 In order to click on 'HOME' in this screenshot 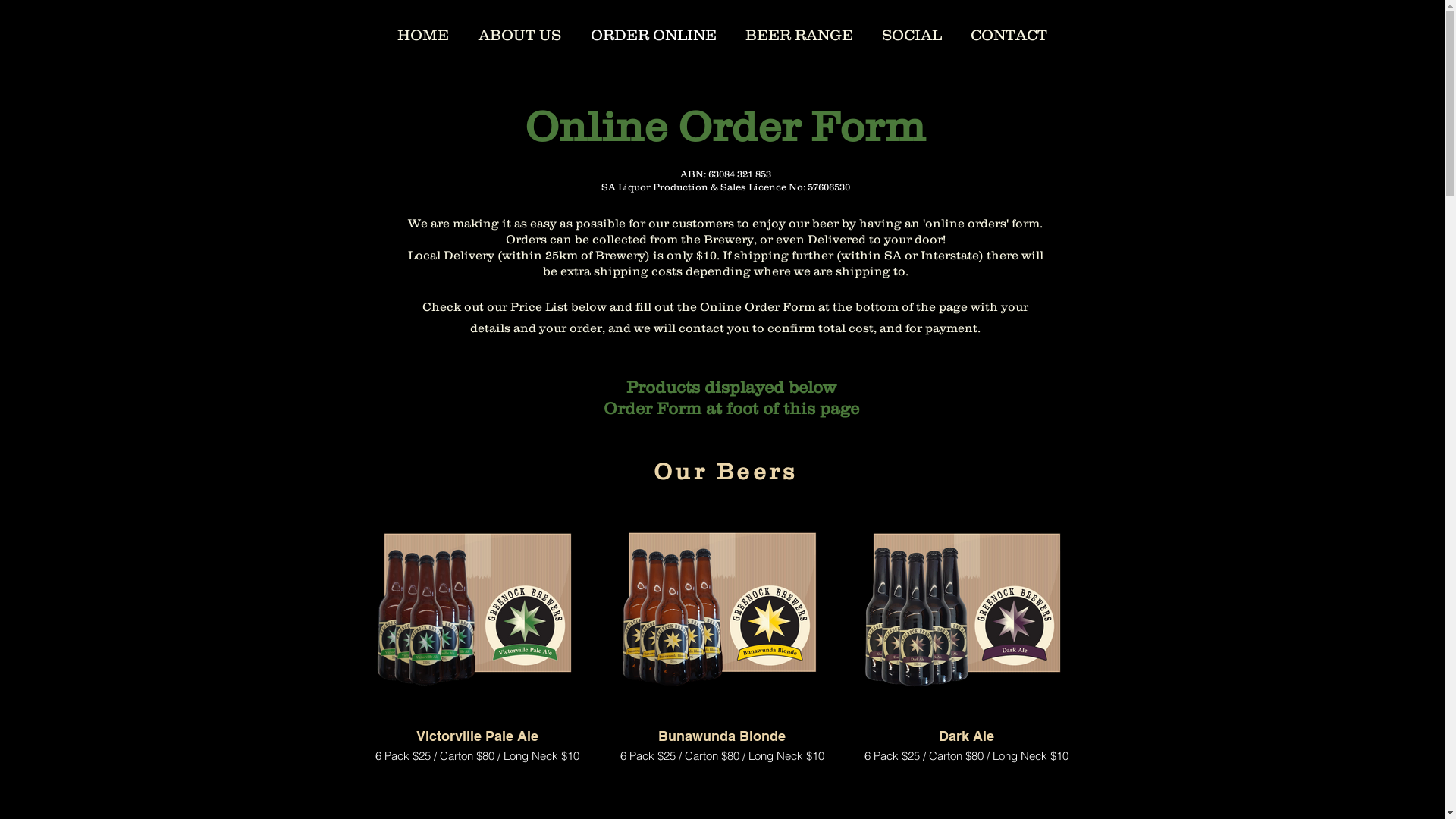, I will do `click(422, 33)`.